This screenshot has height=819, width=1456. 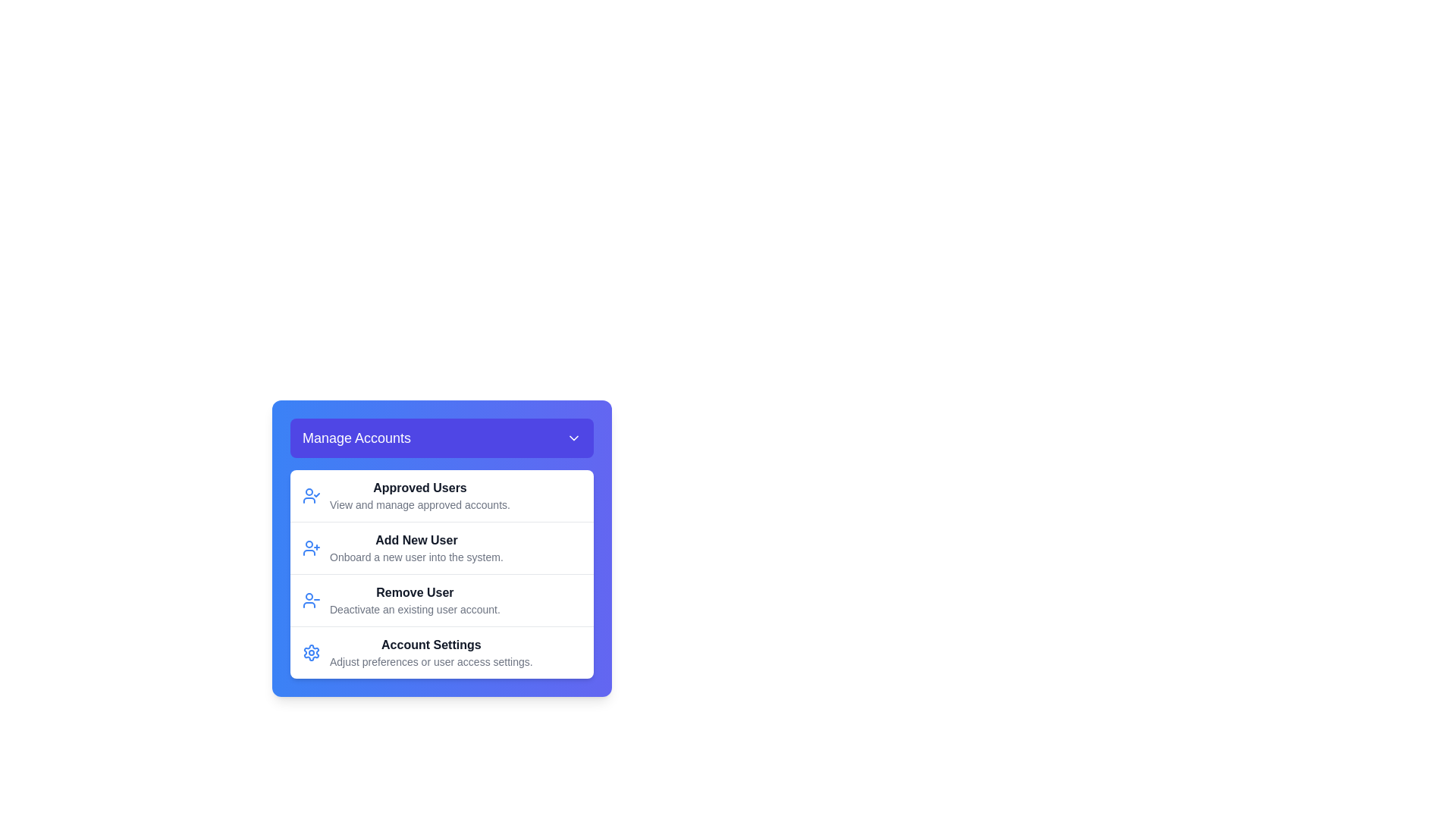 What do you see at coordinates (573, 438) in the screenshot?
I see `the downward-facing chevron icon located at the far right side of the 'Manage Accounts' header` at bounding box center [573, 438].